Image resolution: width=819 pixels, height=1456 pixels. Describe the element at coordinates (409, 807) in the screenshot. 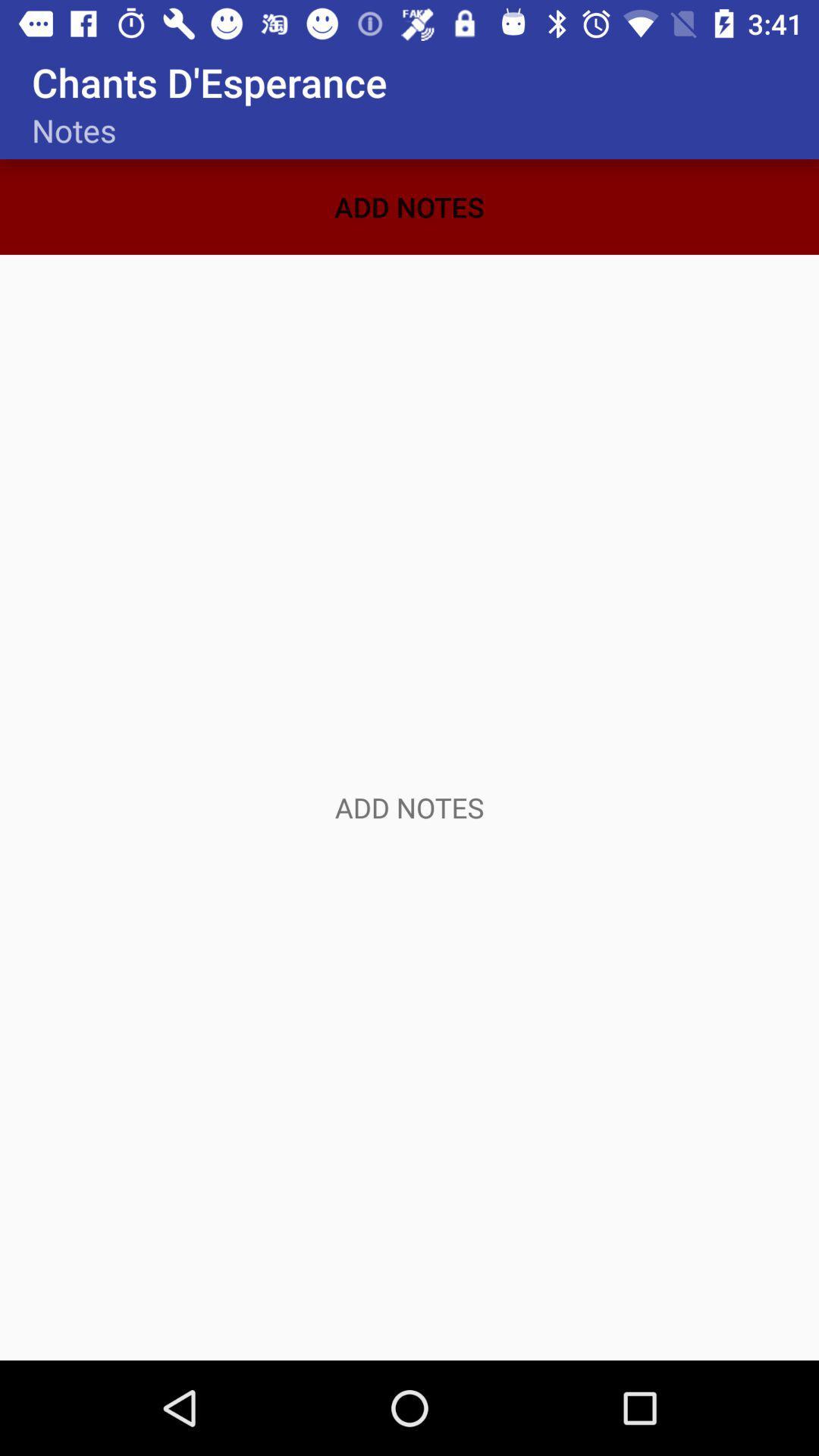

I see `click here to add information` at that location.